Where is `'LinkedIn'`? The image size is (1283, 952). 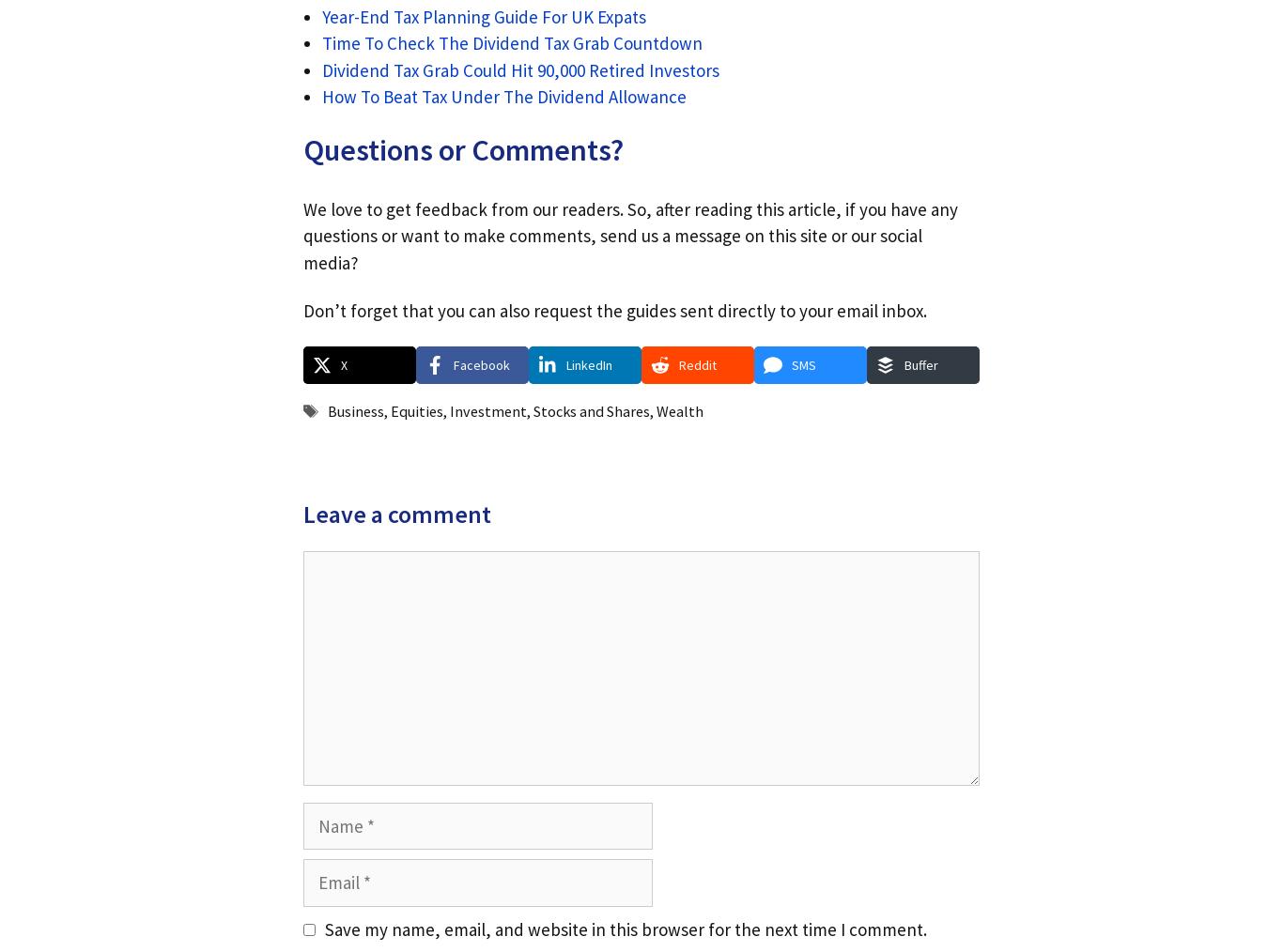
'LinkedIn' is located at coordinates (588, 362).